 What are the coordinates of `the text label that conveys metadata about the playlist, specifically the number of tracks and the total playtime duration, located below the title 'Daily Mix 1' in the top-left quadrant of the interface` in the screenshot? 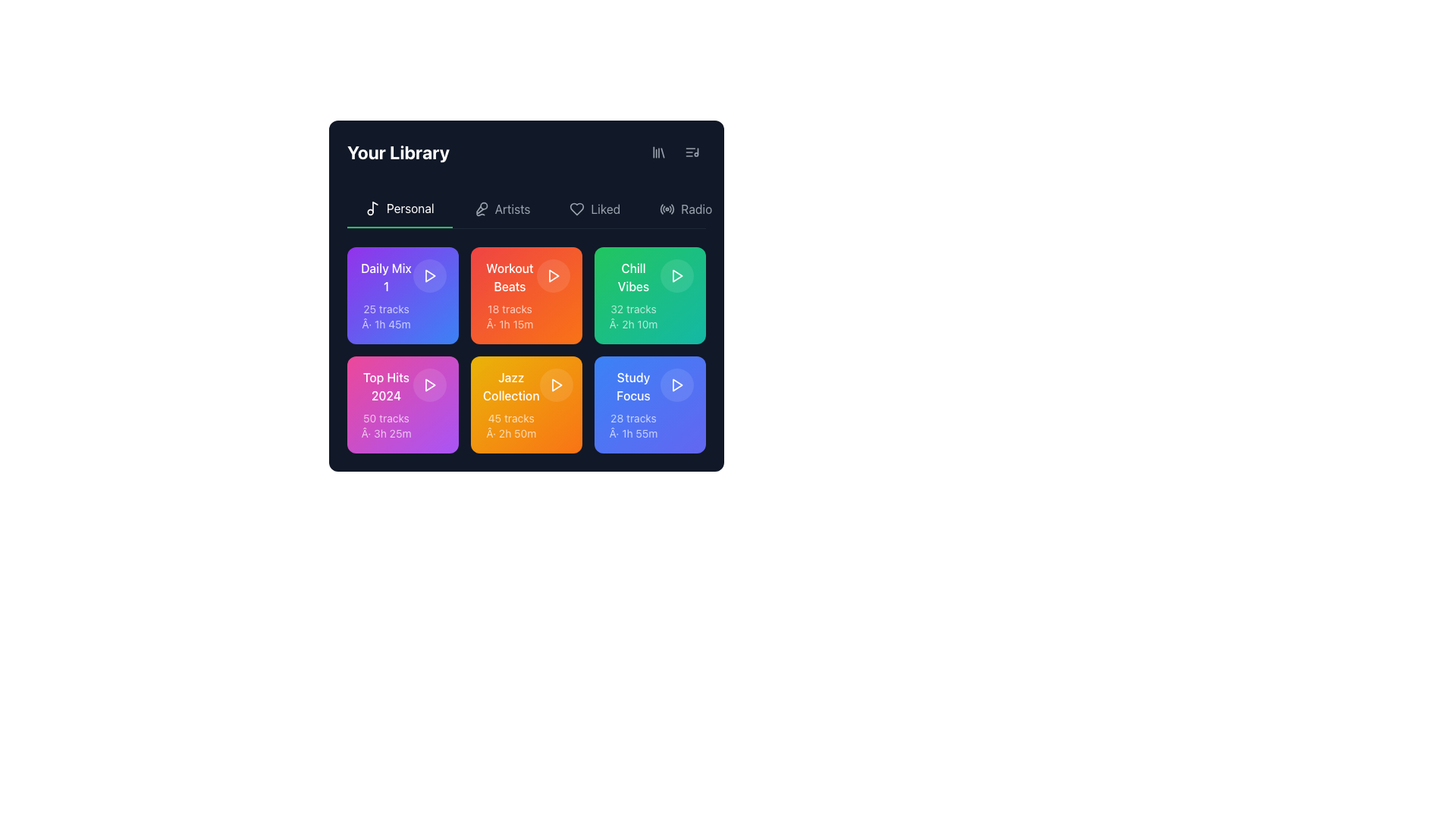 It's located at (386, 315).